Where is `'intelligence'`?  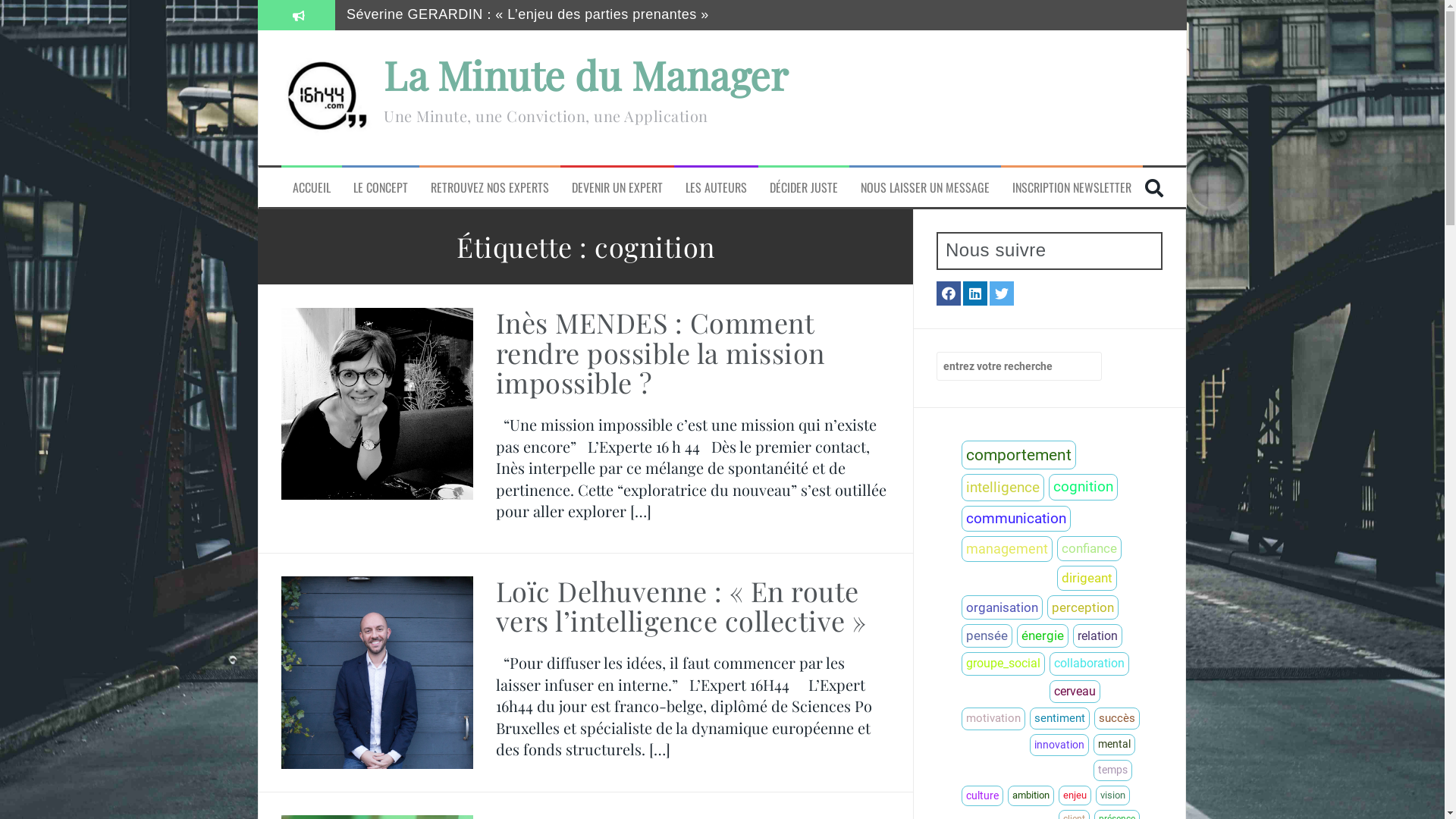
'intelligence' is located at coordinates (1003, 488).